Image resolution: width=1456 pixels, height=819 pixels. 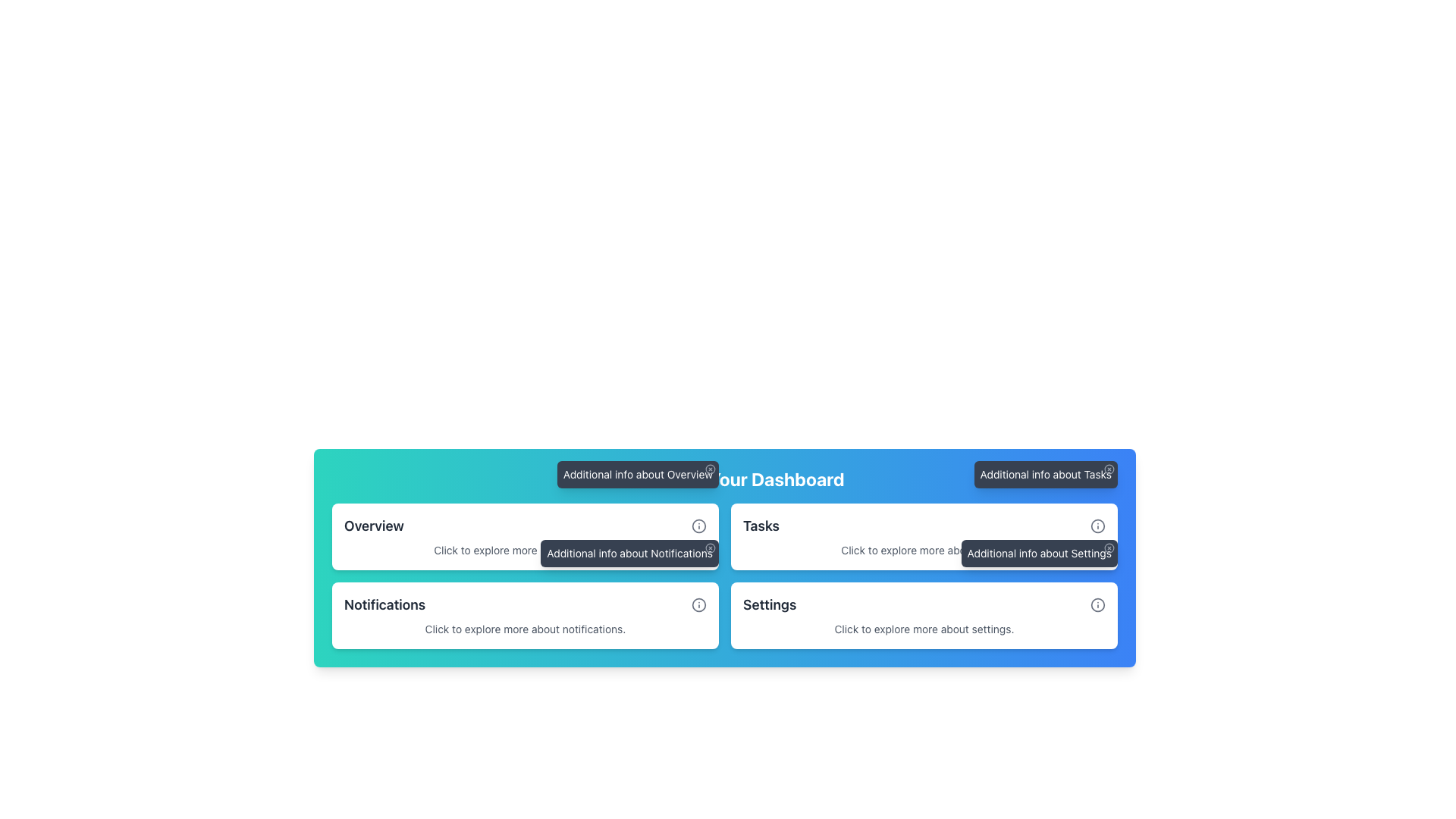 What do you see at coordinates (709, 548) in the screenshot?
I see `the Close button located in the top-right corner of the 'Additional info about Notifications' tooltip` at bounding box center [709, 548].